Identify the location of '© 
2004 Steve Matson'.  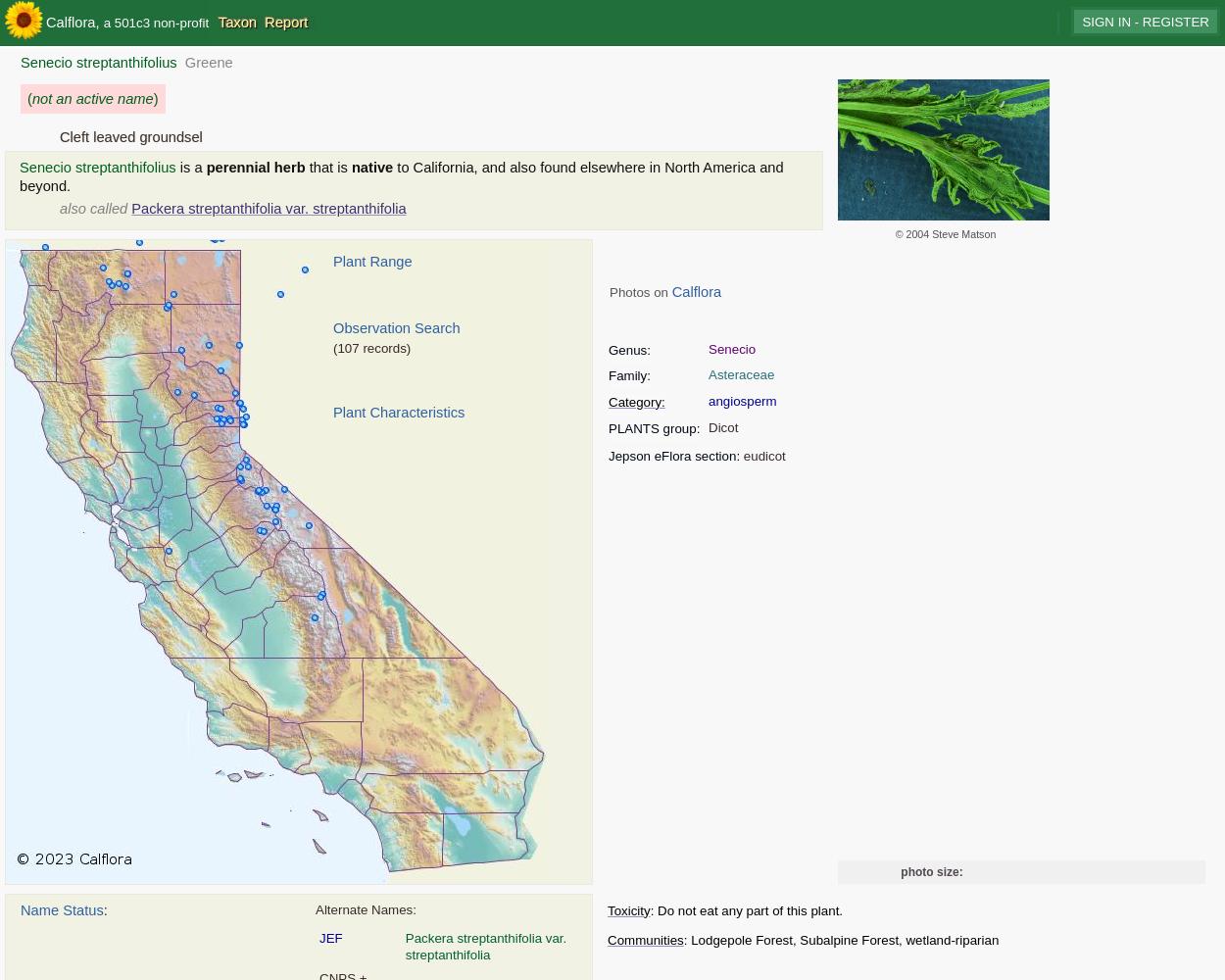
(944, 233).